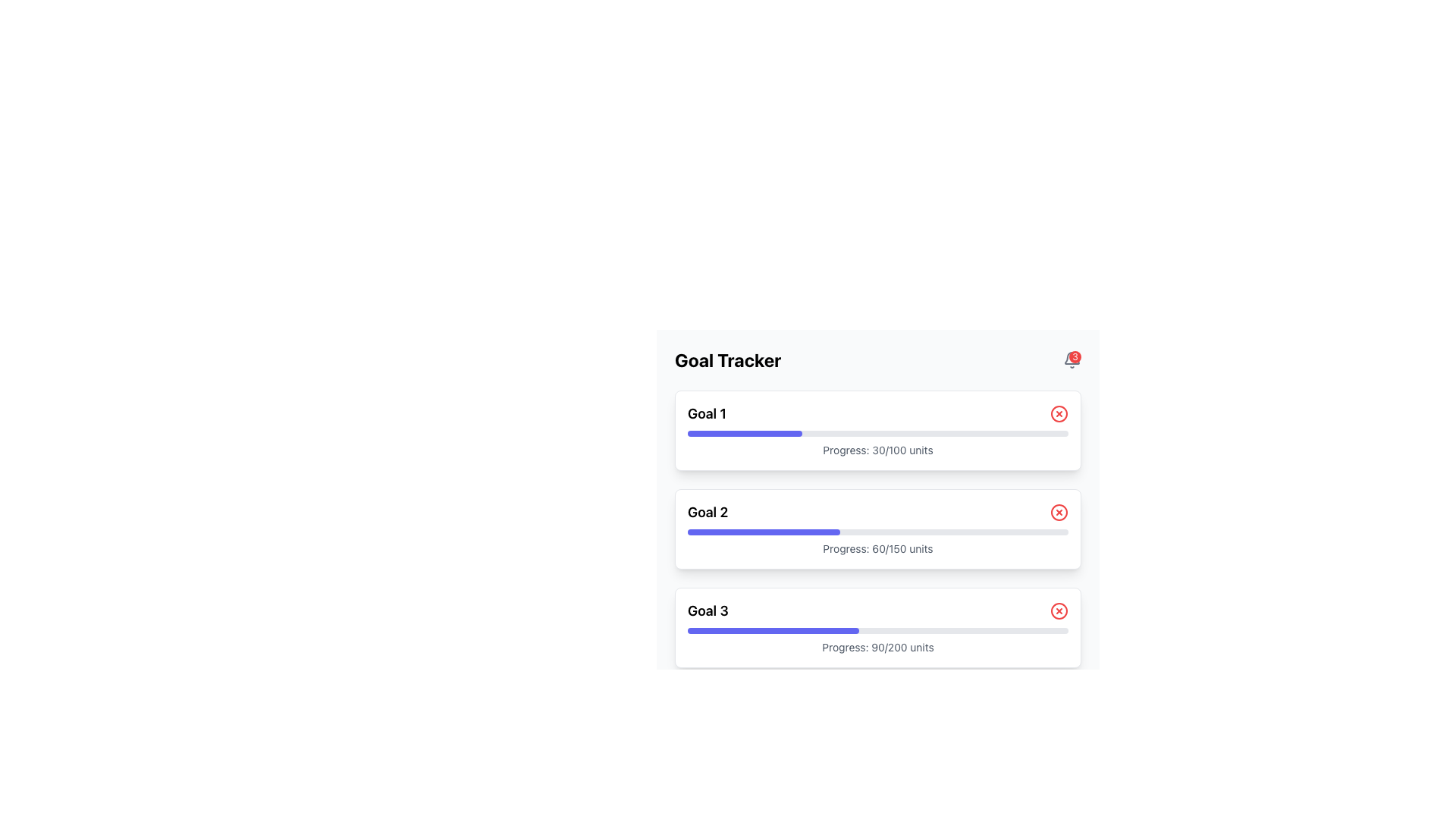 The height and width of the screenshot is (819, 1456). What do you see at coordinates (877, 450) in the screenshot?
I see `the text display that indicates the progress of 'Goal 1', which shows 30% completion and is located below the progress bar within the card` at bounding box center [877, 450].